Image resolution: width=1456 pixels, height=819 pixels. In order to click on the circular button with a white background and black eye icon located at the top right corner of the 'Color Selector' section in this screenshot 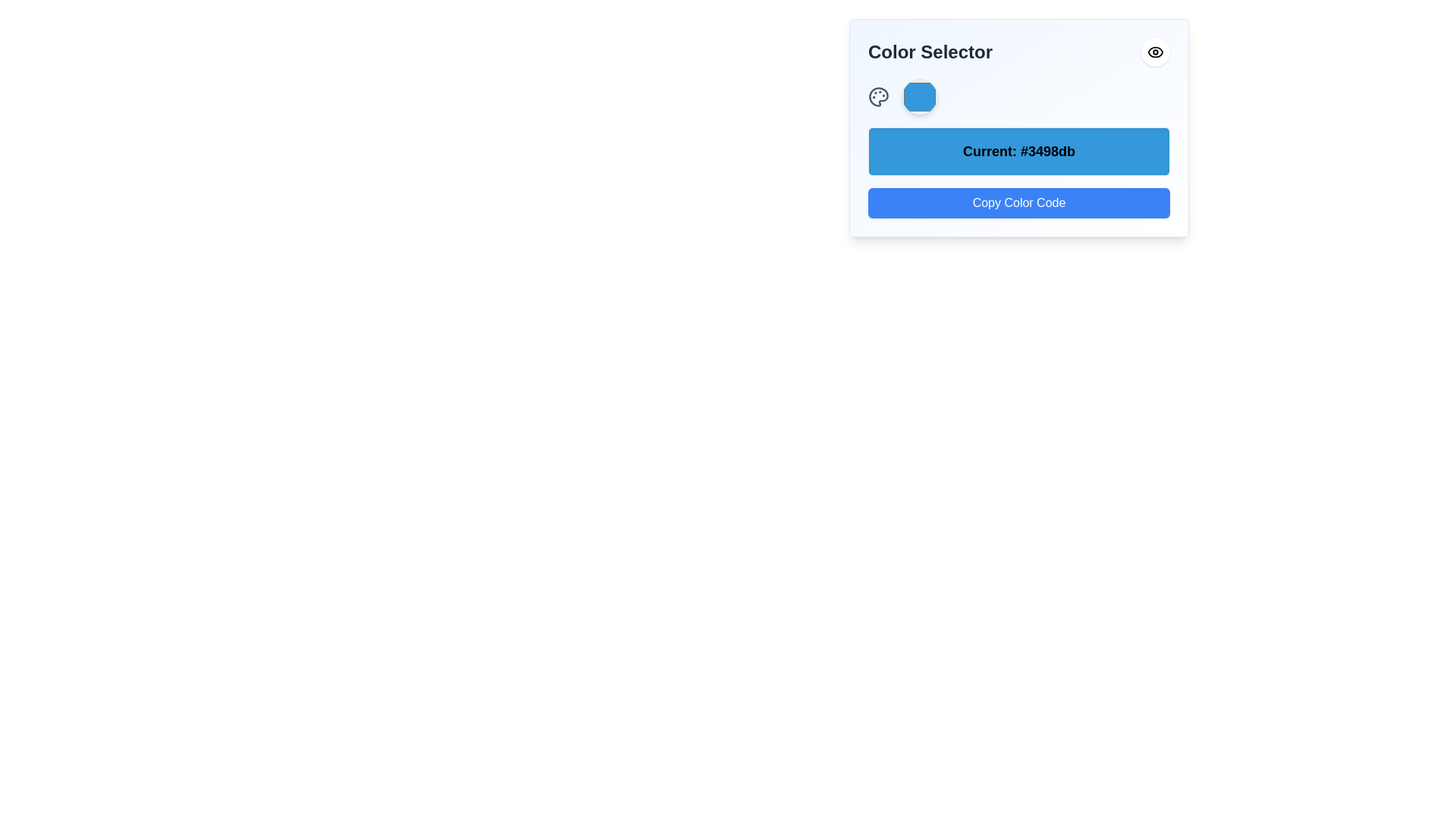, I will do `click(1154, 52)`.